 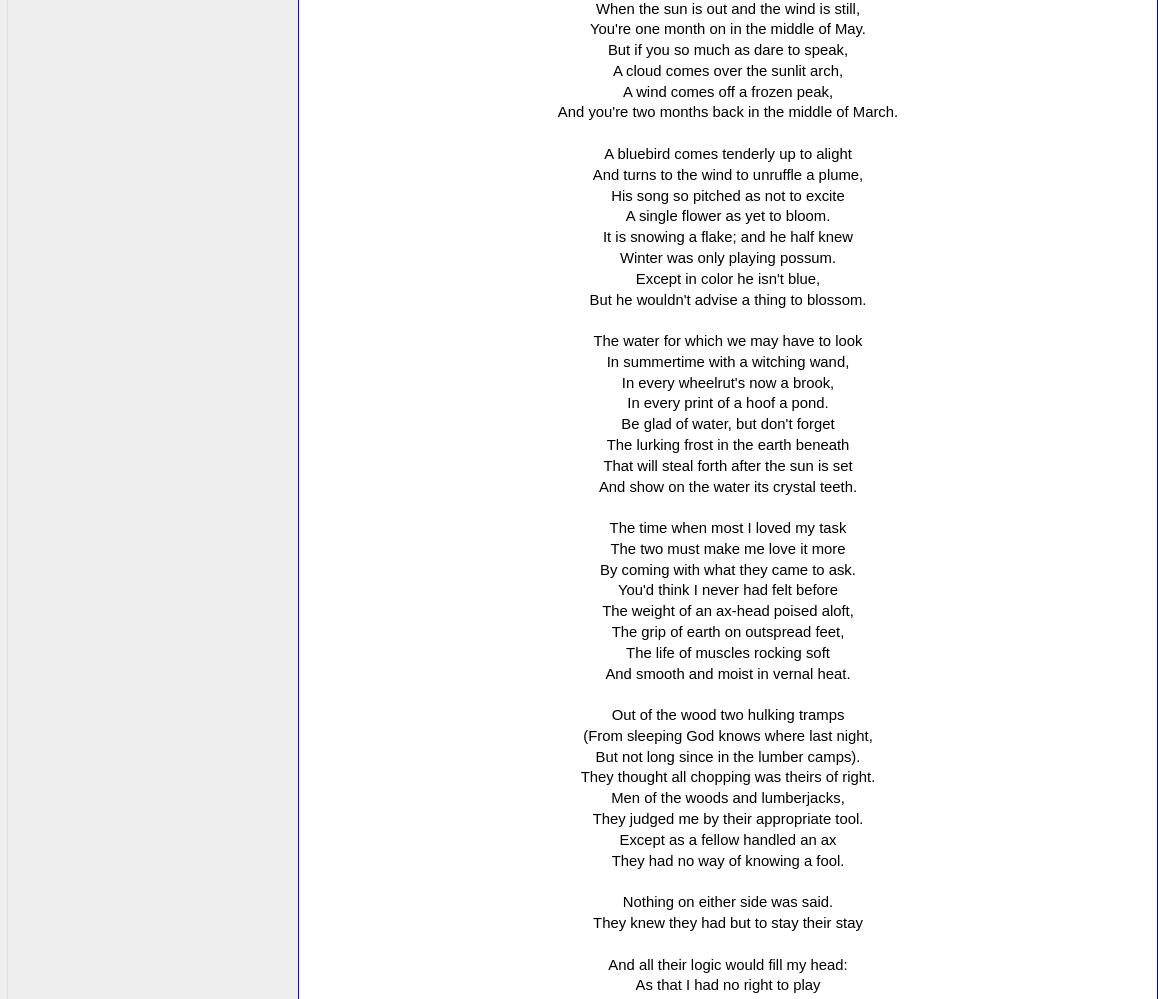 I want to click on 'In every print of a hoof a pond.', so click(x=726, y=401).